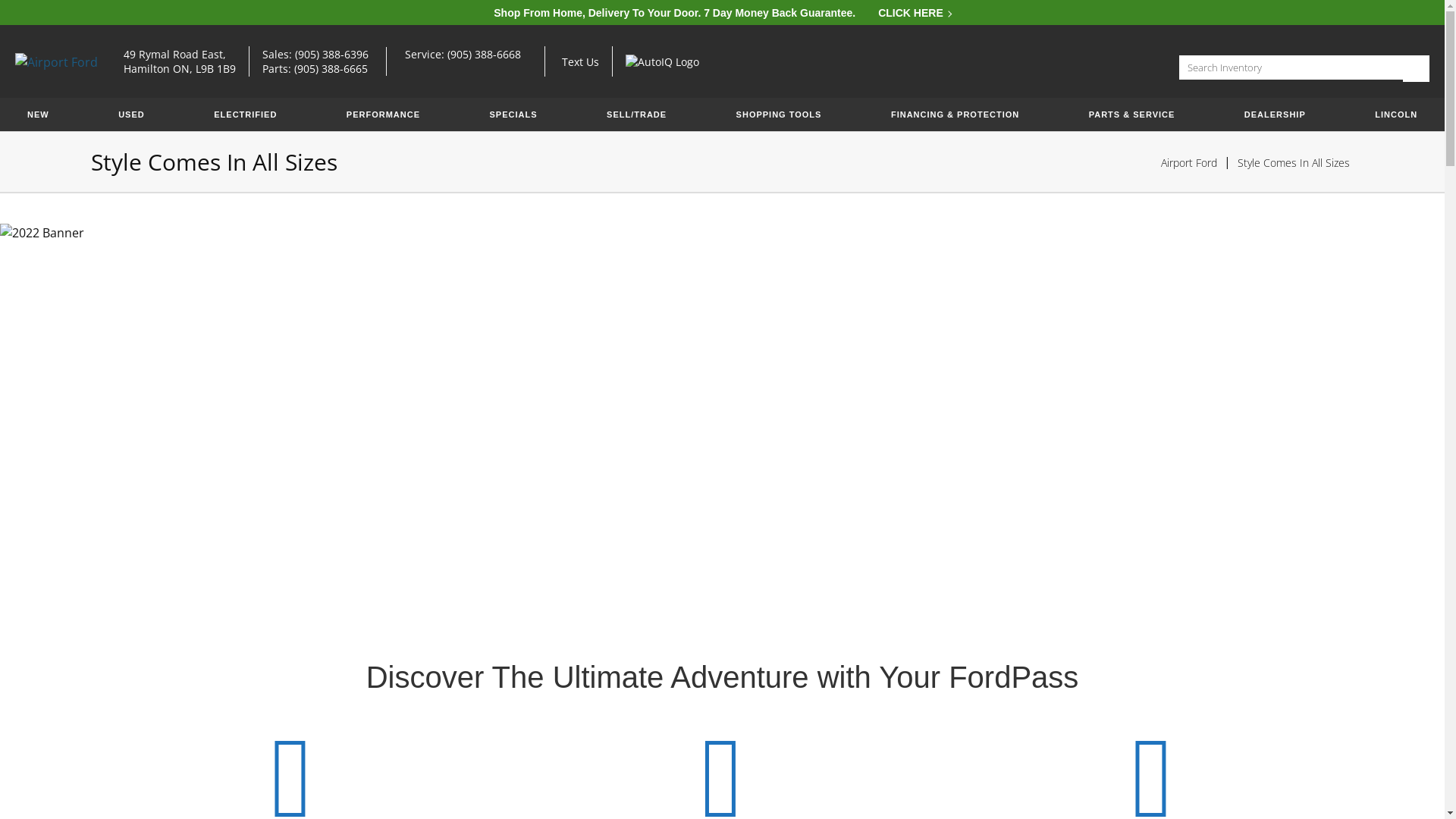  Describe the element at coordinates (14, 61) in the screenshot. I see `' Airport Ford'` at that location.